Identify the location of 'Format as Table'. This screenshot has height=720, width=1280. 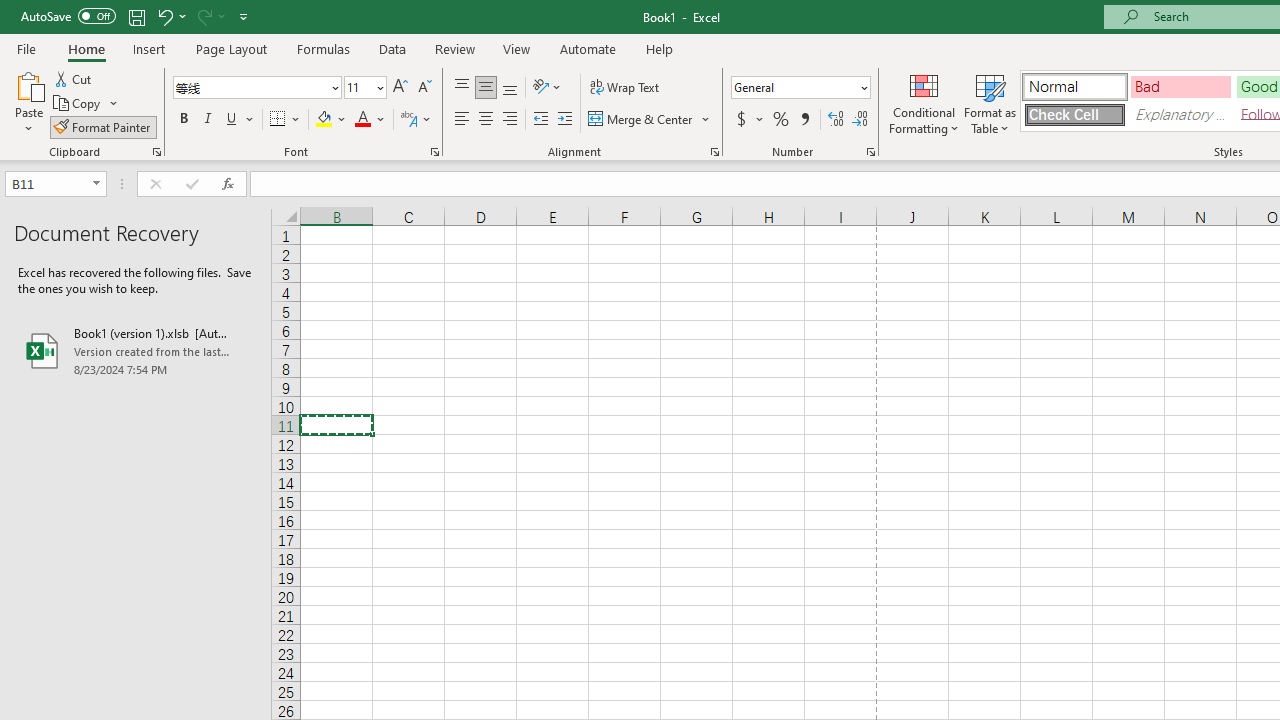
(990, 103).